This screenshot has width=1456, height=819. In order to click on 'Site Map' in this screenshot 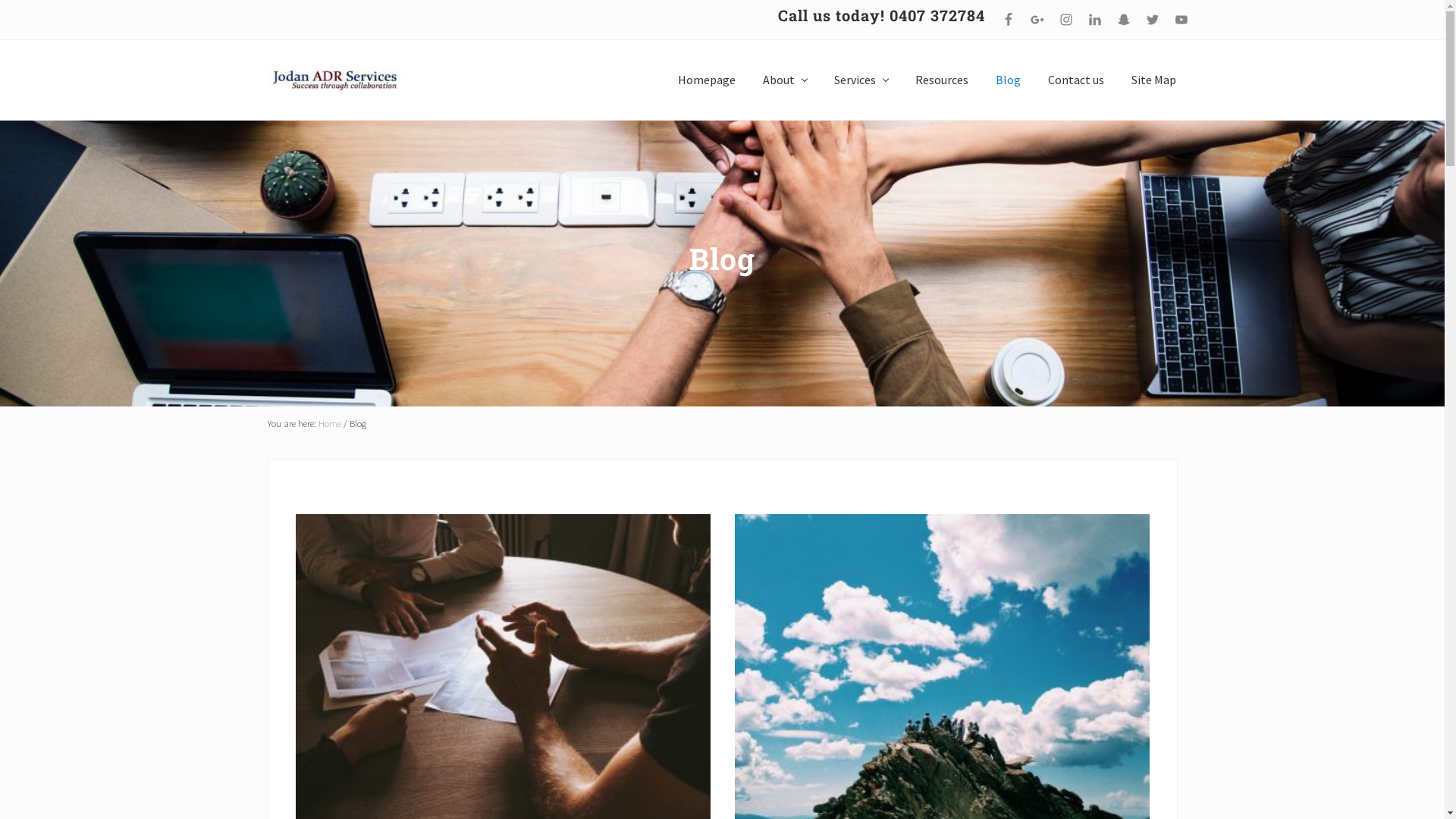, I will do `click(1119, 79)`.